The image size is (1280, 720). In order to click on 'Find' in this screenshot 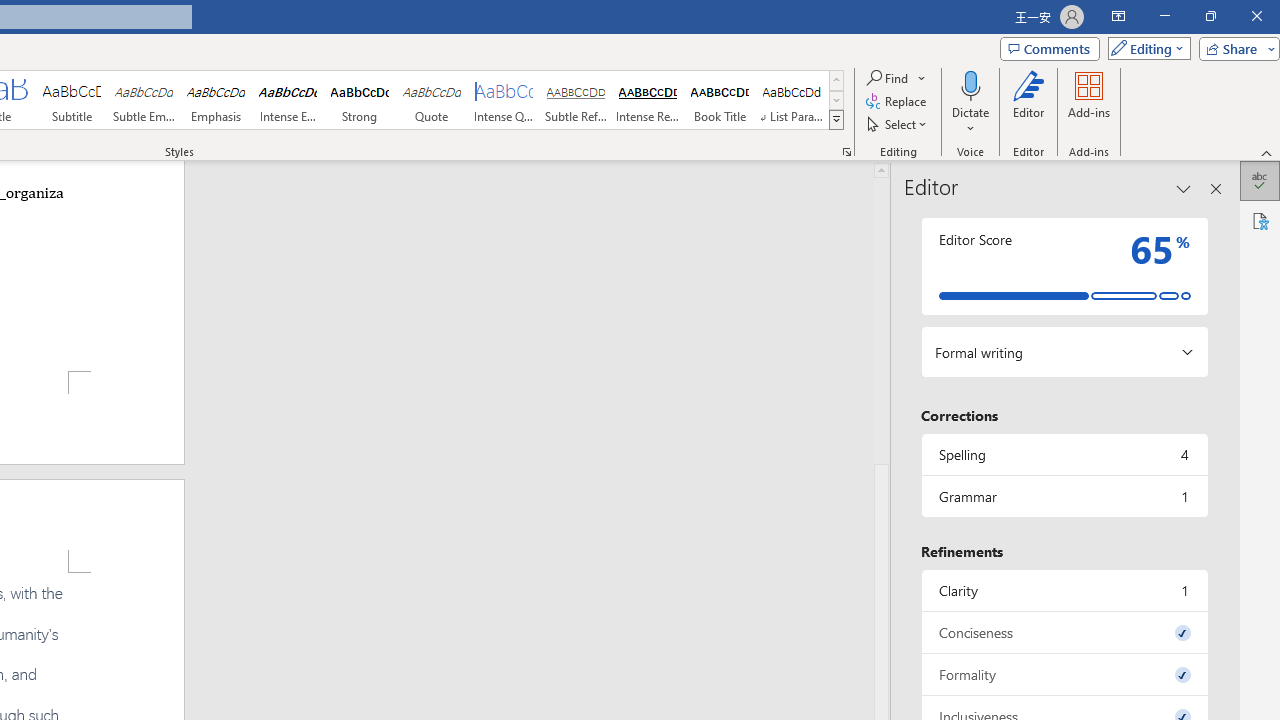, I will do `click(895, 77)`.